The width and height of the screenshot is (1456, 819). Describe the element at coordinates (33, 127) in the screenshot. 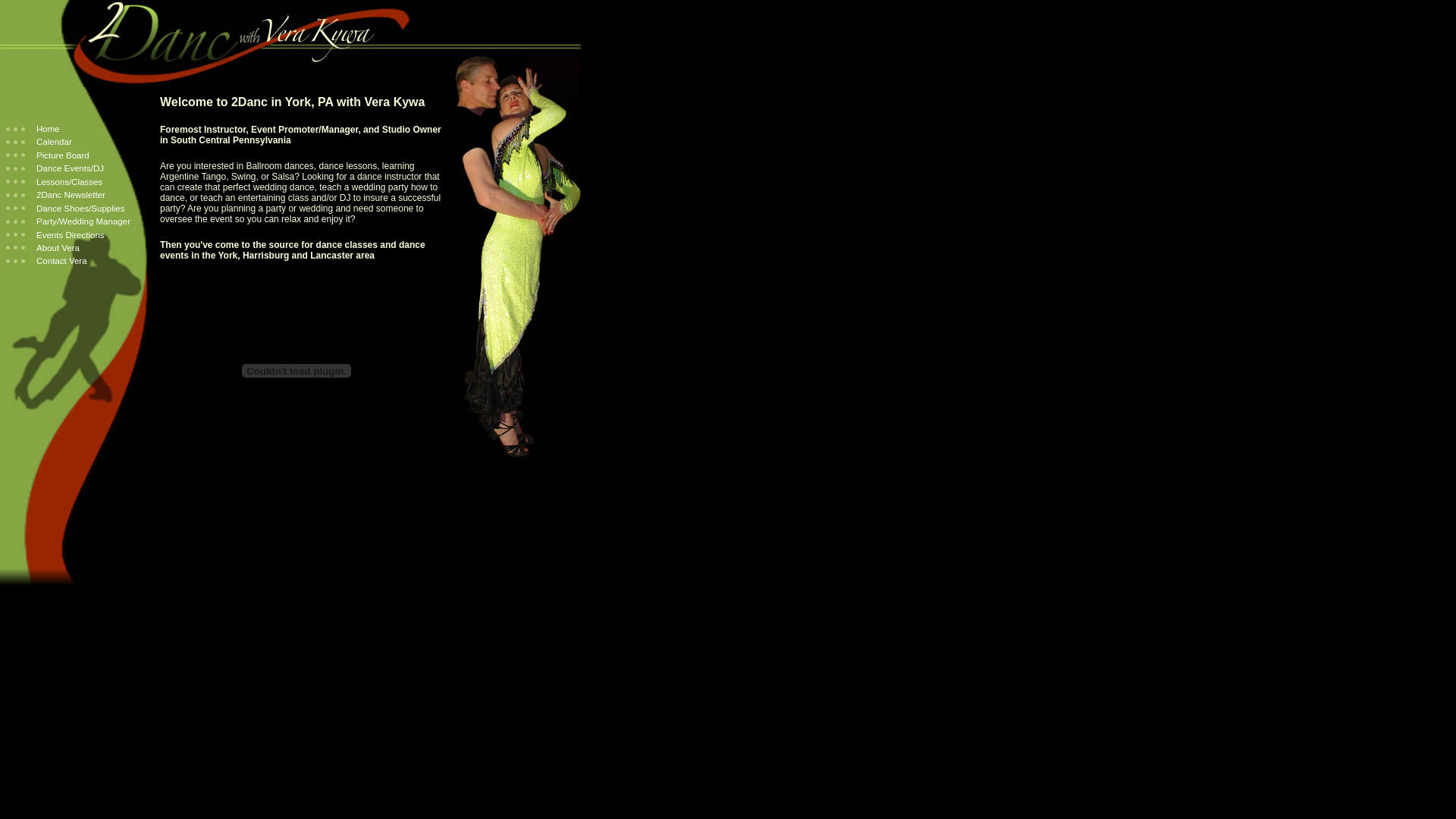

I see `'Home'` at that location.